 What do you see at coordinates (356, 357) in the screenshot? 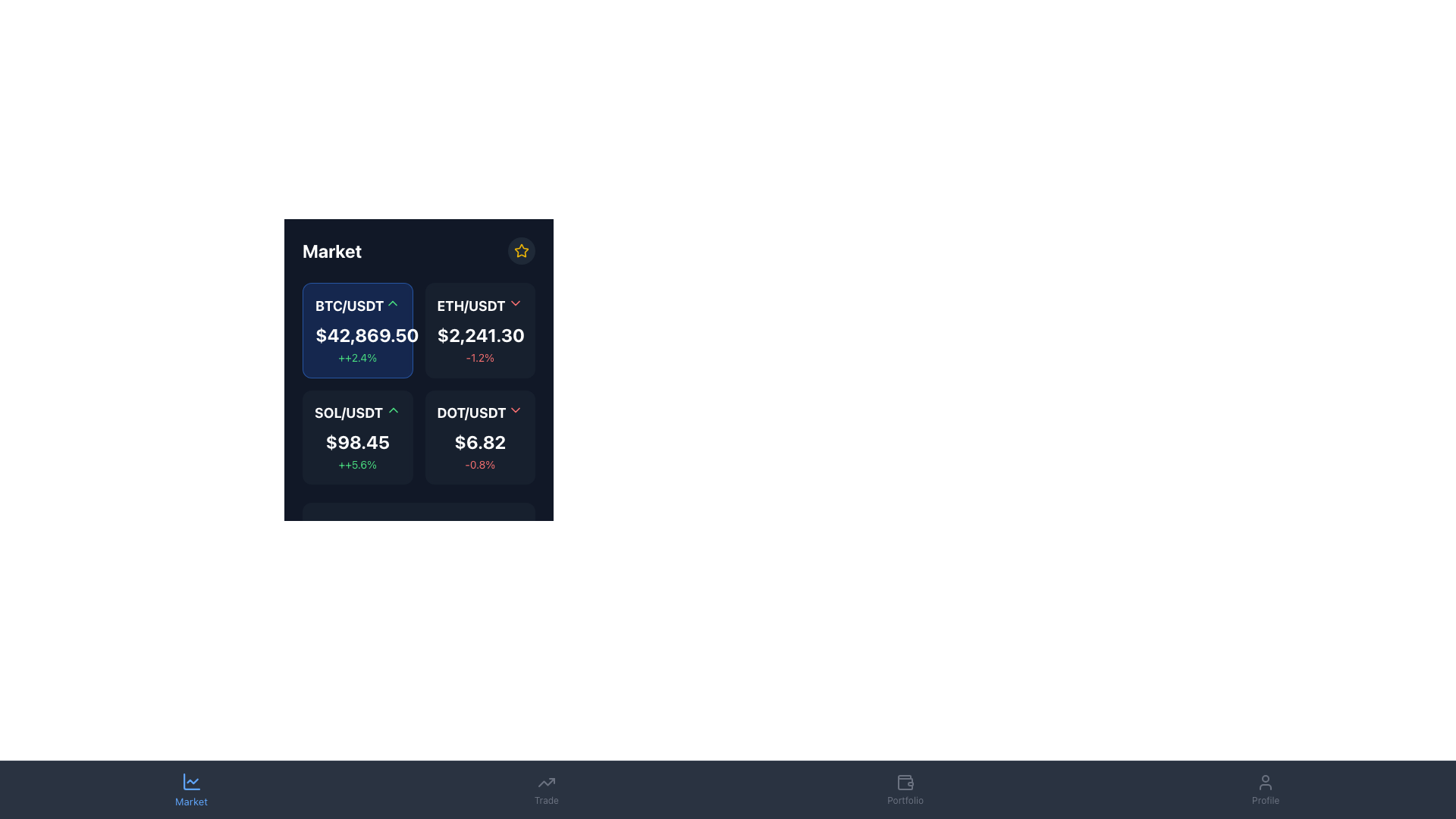
I see `the Text Label that displays a positive growth of 2.4% below the price value '$42,869.50' in the BTC/USDT card` at bounding box center [356, 357].